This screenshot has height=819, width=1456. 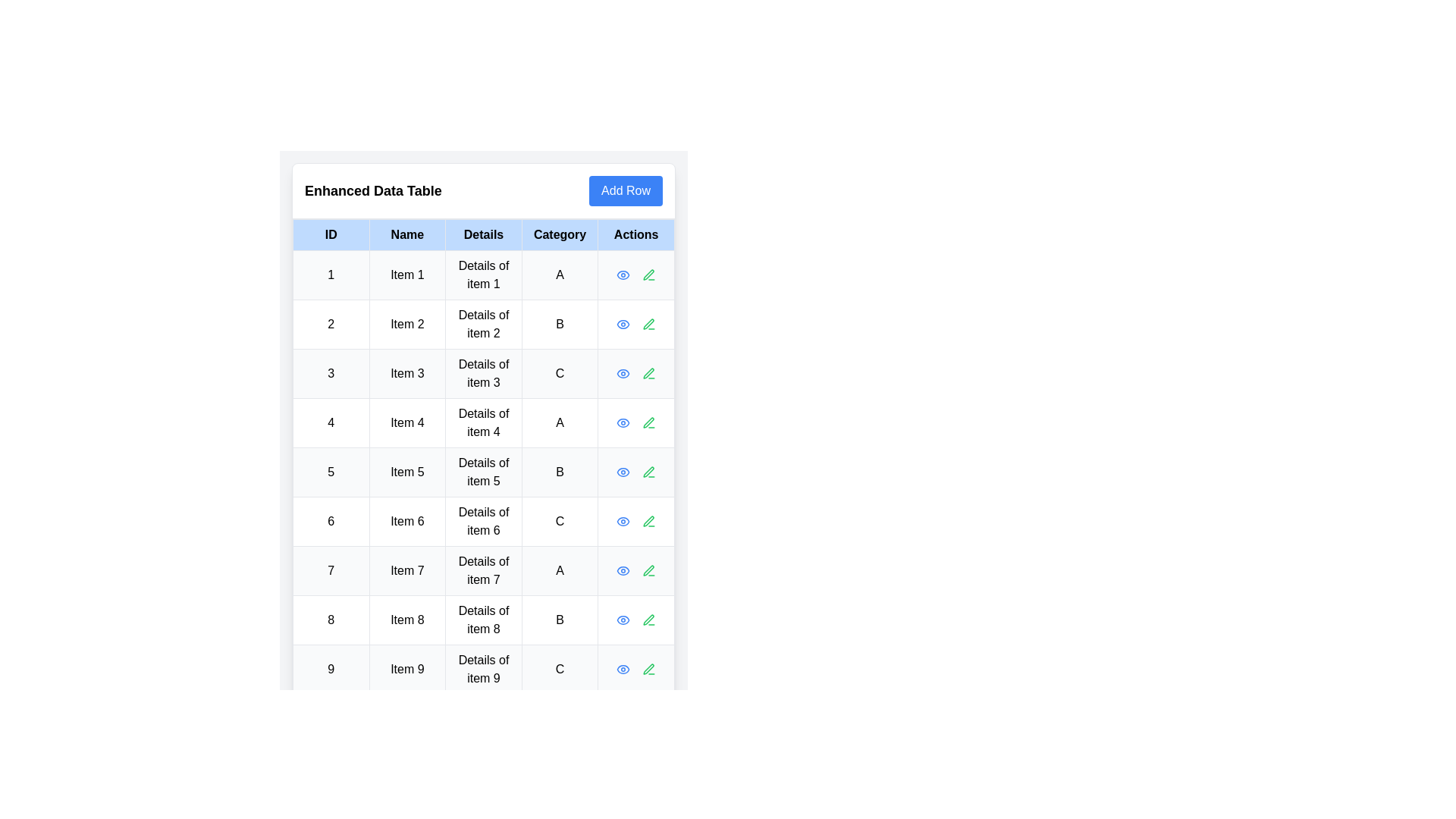 I want to click on the pen icon button located in the 'Actions' column of the second row of the 'Enhanced Data Table', so click(x=649, y=324).